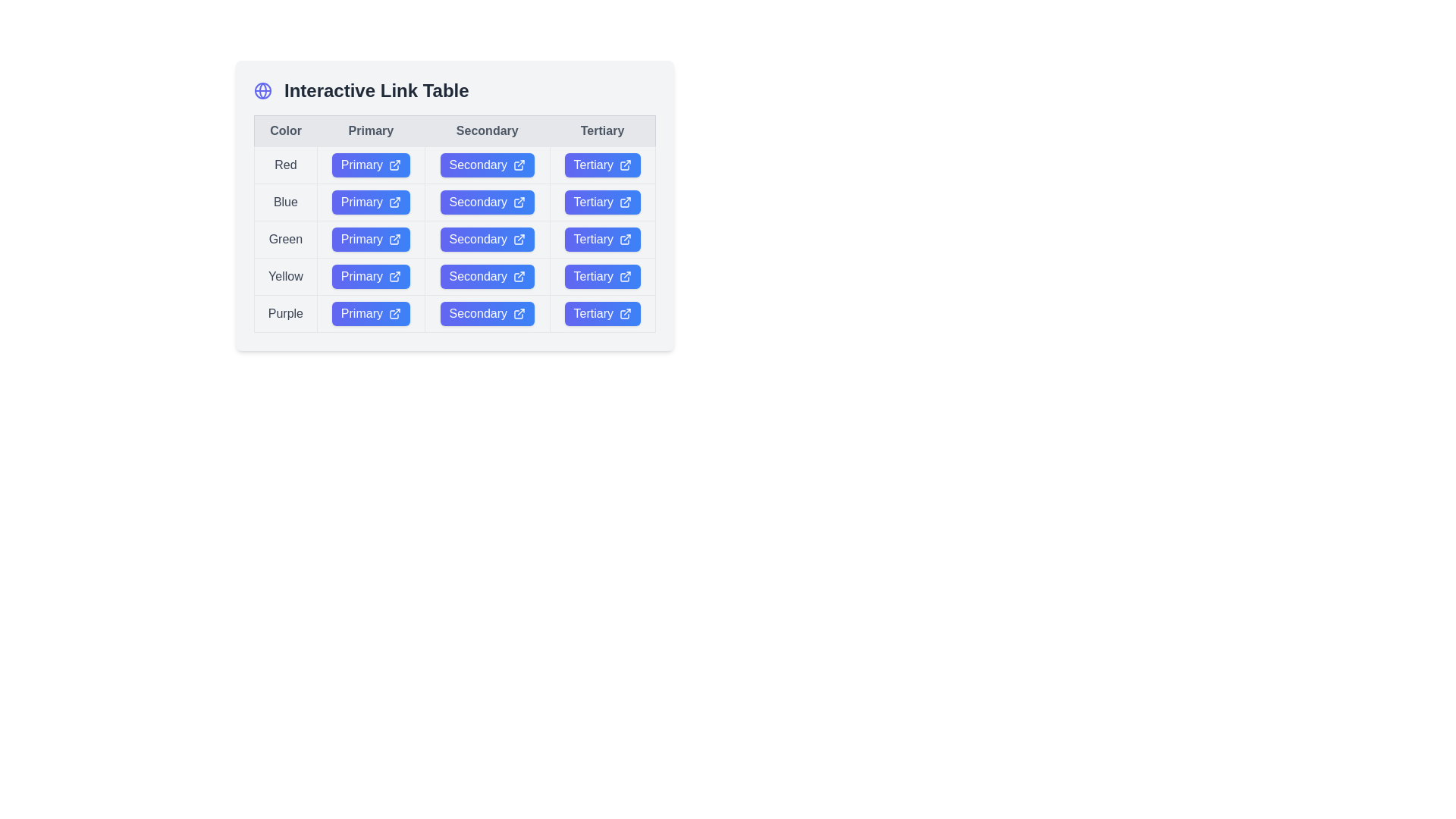  Describe the element at coordinates (626, 277) in the screenshot. I see `the icon located inside the 'Tertiary' button of the 'Interactive Link Table' in the 'Yellow' row, positioned on the right side of the button's text` at that location.